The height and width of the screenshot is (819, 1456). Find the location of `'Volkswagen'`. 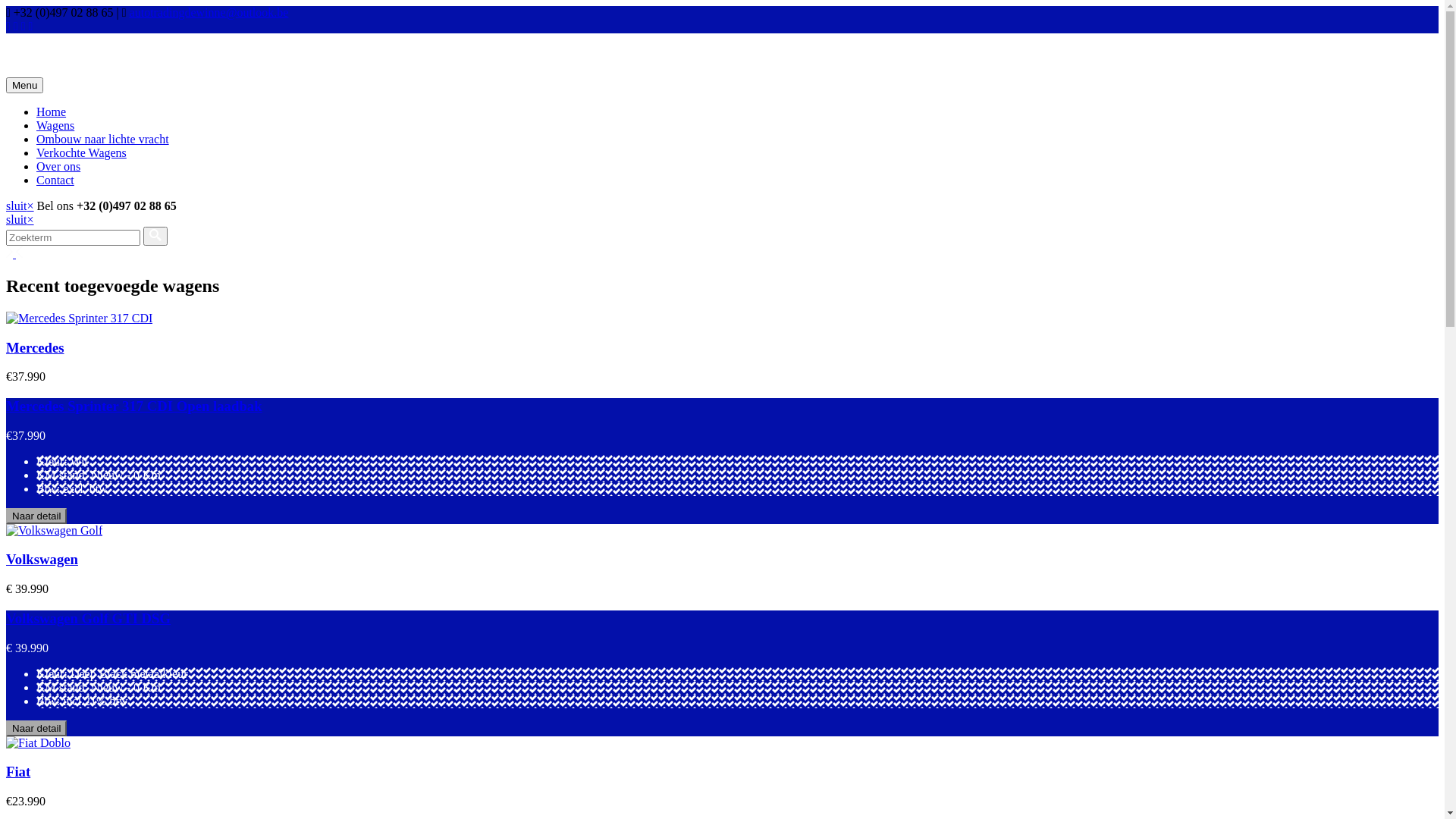

'Volkswagen' is located at coordinates (6, 559).